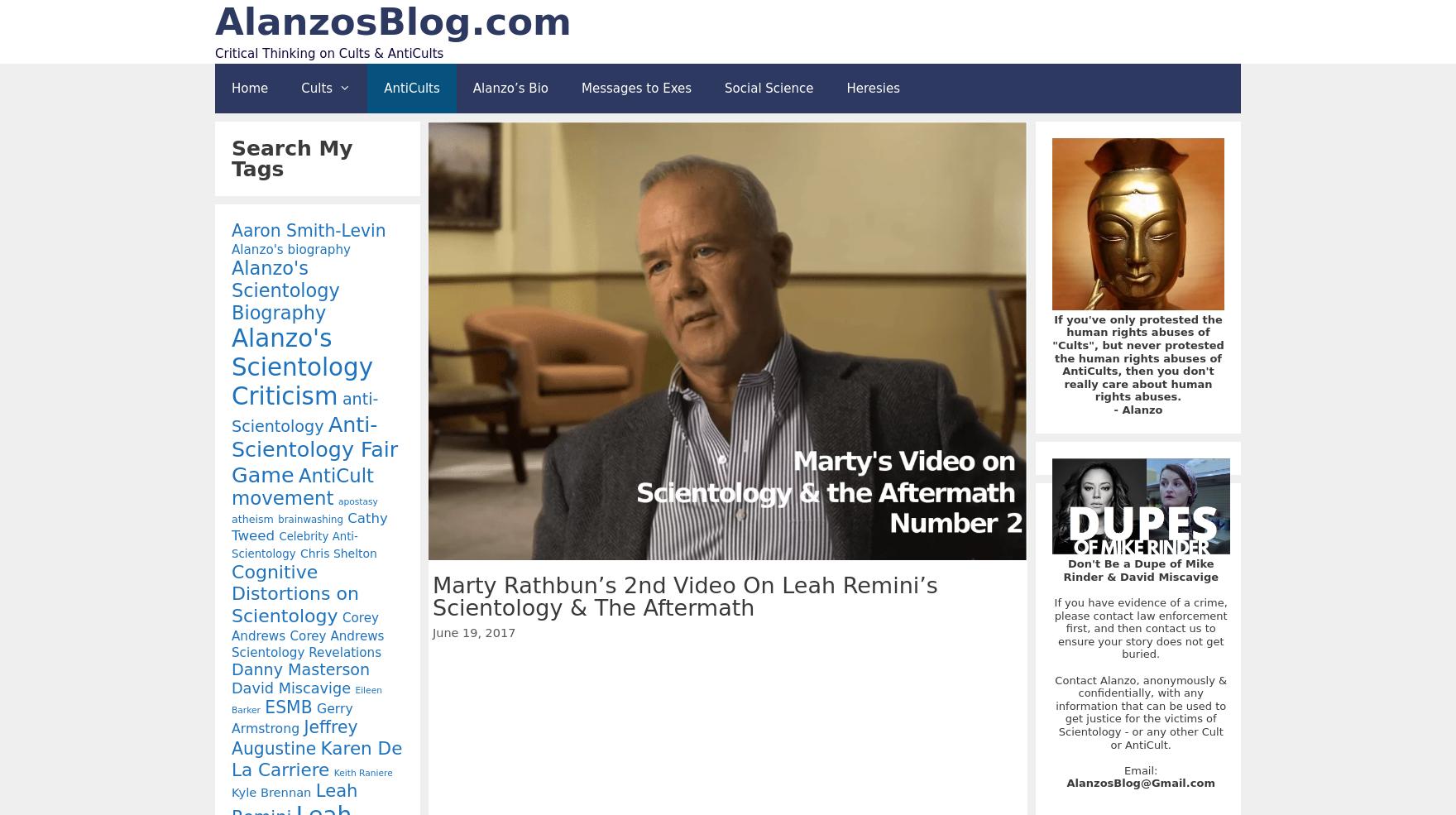 The height and width of the screenshot is (815, 1456). What do you see at coordinates (231, 717) in the screenshot?
I see `'Gerry Armstrong'` at bounding box center [231, 717].